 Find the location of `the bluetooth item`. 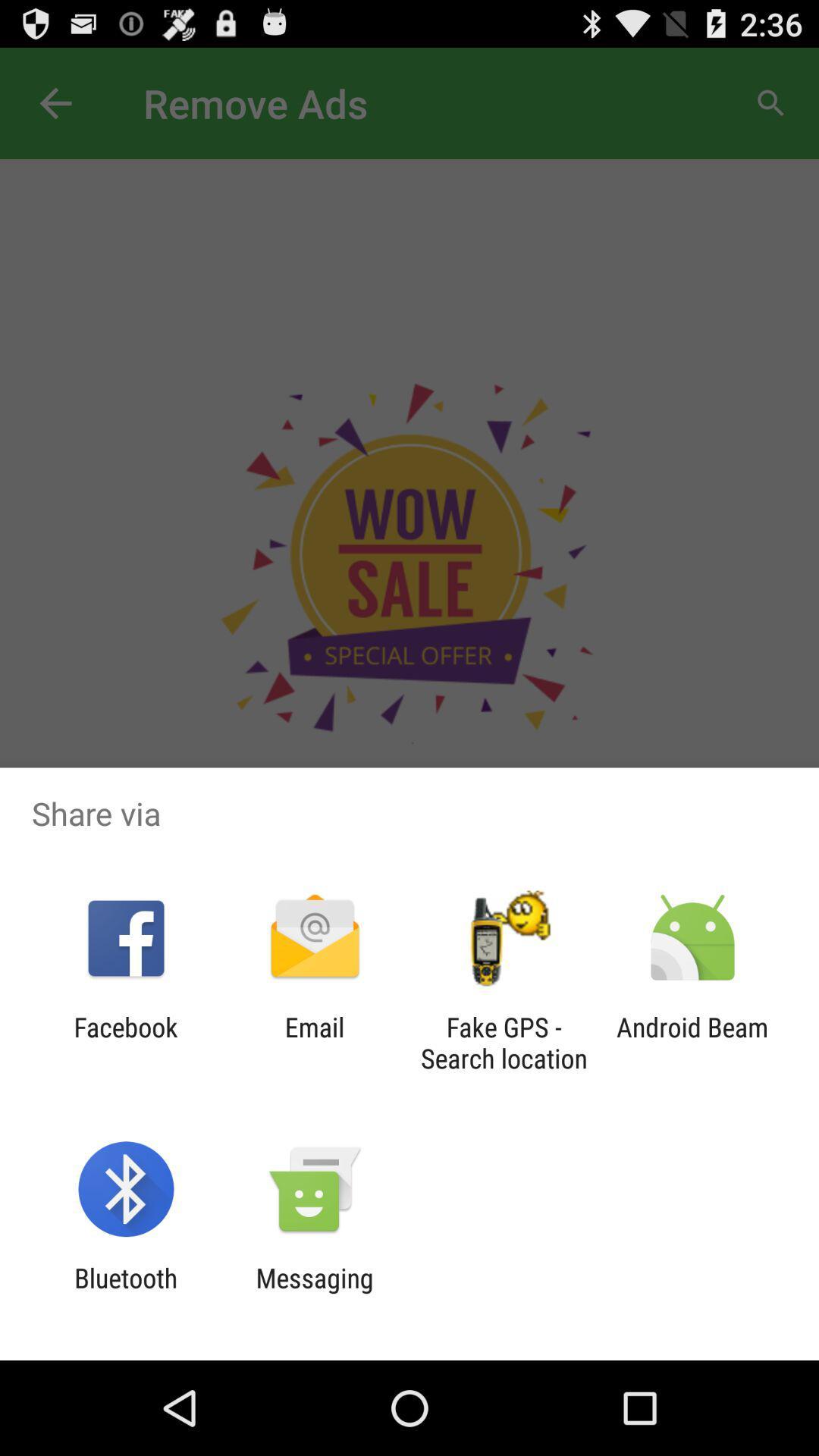

the bluetooth item is located at coordinates (125, 1293).